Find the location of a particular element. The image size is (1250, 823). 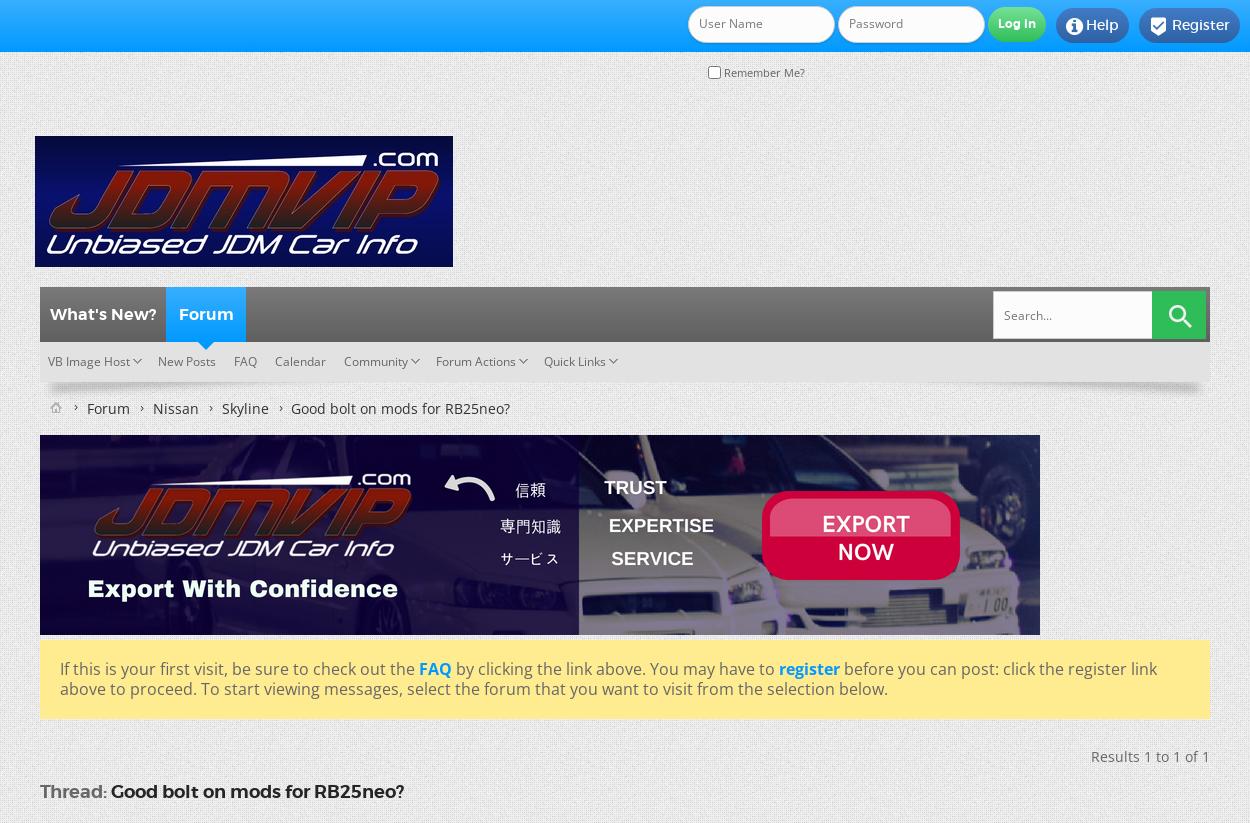

'New Posts' is located at coordinates (158, 360).